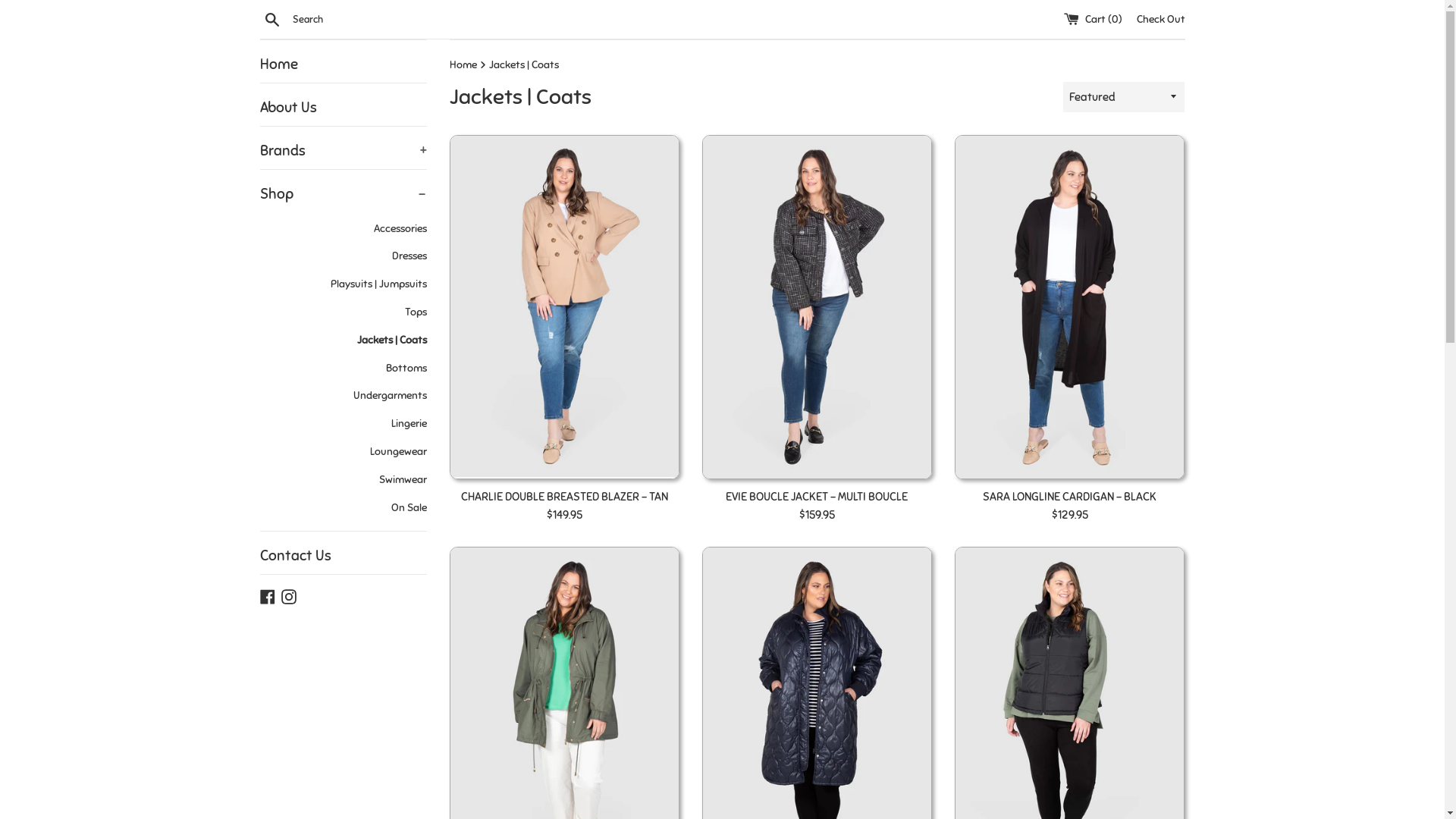  I want to click on 'Dresses', so click(341, 256).